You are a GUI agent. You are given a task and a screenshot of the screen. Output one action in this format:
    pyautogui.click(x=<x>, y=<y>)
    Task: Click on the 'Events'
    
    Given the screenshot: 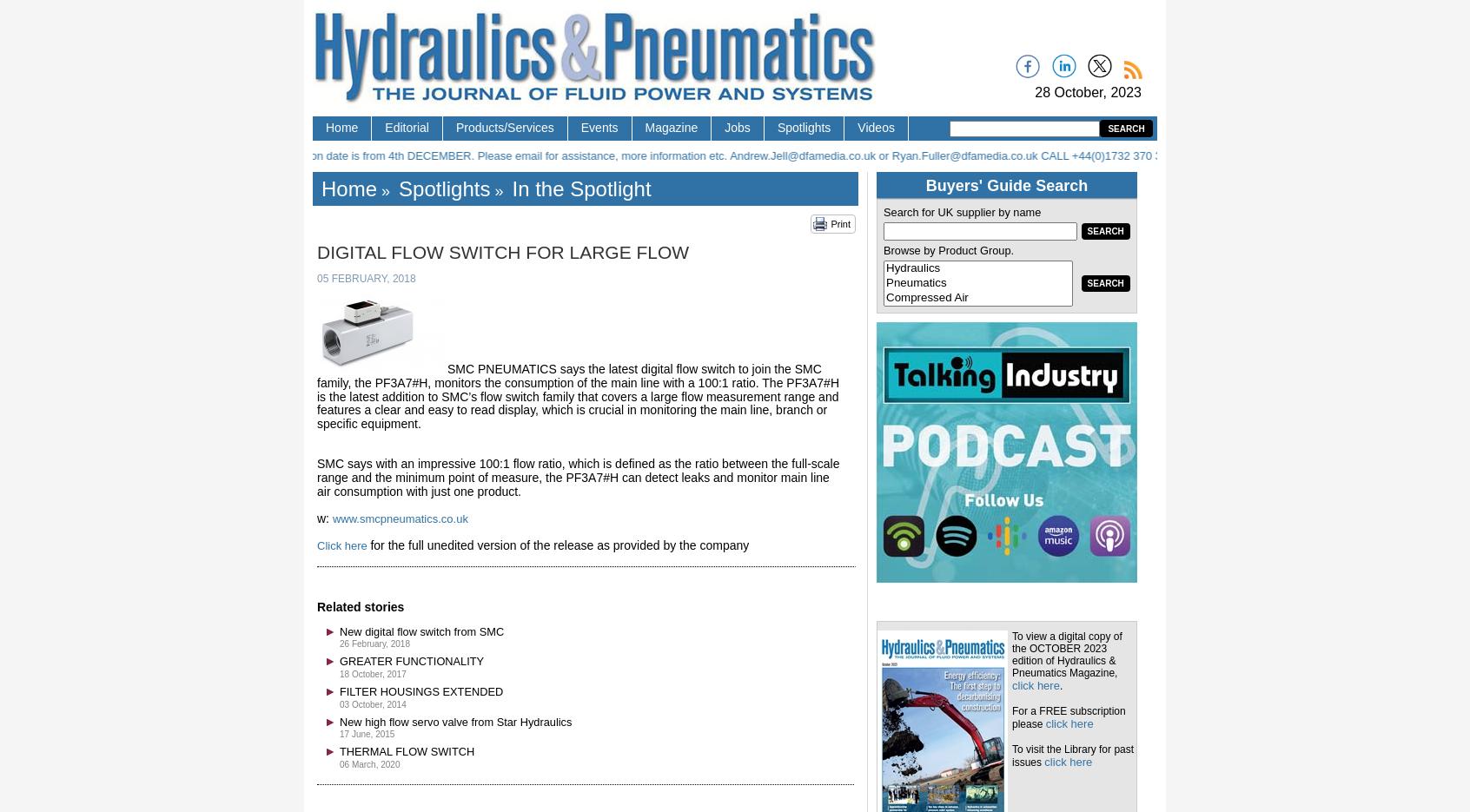 What is the action you would take?
    pyautogui.click(x=599, y=127)
    